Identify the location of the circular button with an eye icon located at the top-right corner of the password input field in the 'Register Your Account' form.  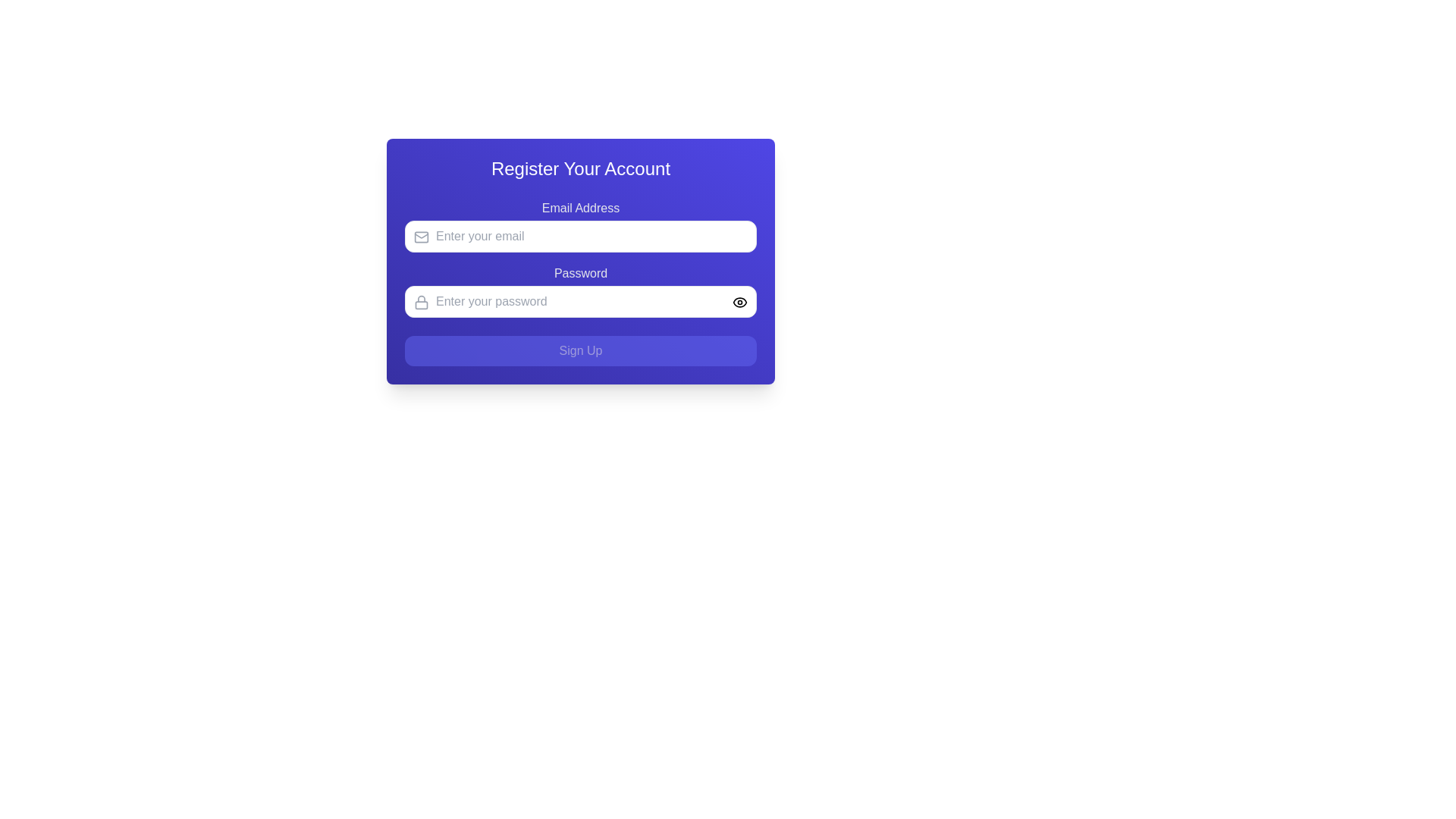
(739, 302).